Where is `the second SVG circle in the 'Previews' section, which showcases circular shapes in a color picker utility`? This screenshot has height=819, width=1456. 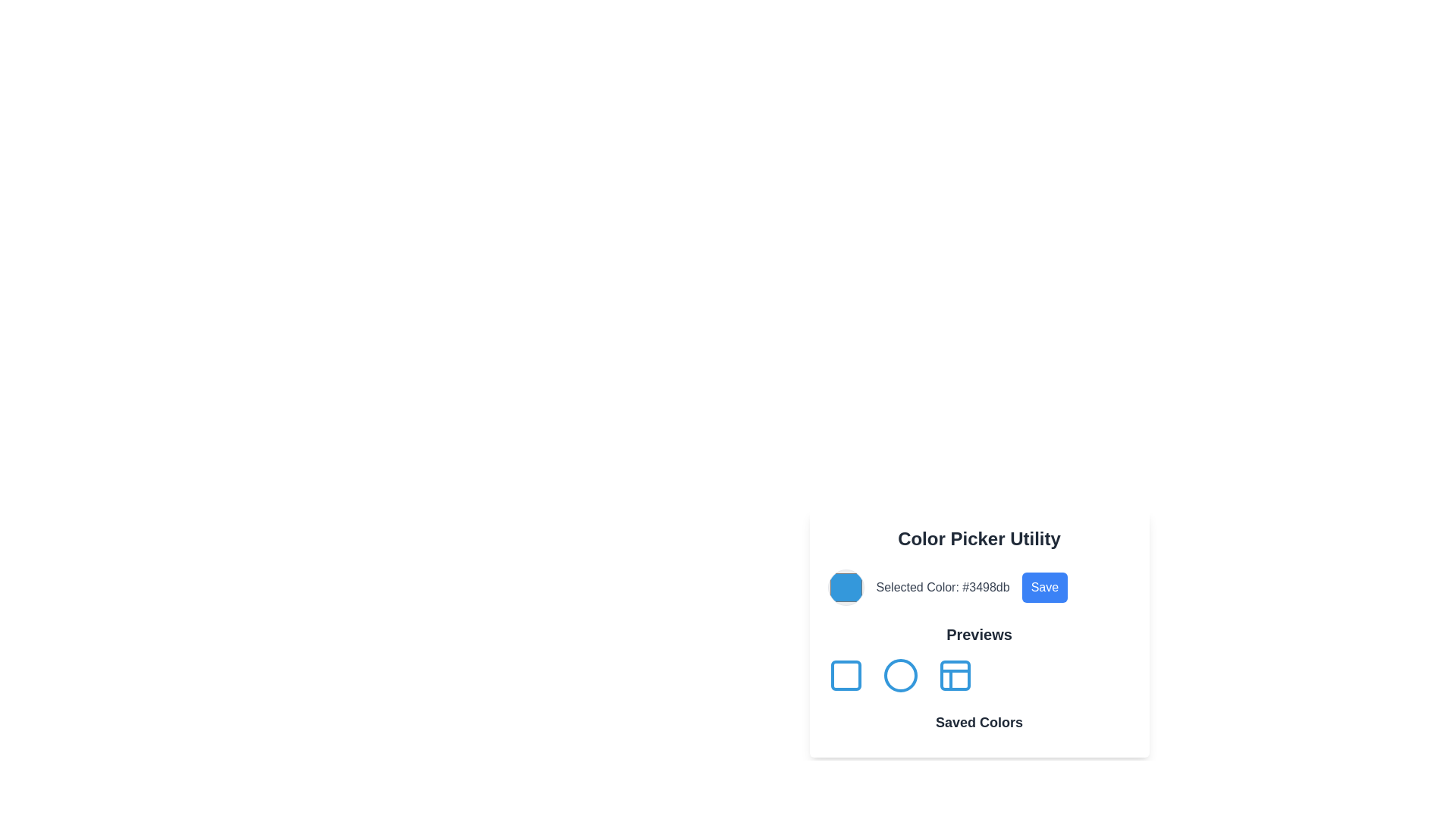
the second SVG circle in the 'Previews' section, which showcases circular shapes in a color picker utility is located at coordinates (900, 675).